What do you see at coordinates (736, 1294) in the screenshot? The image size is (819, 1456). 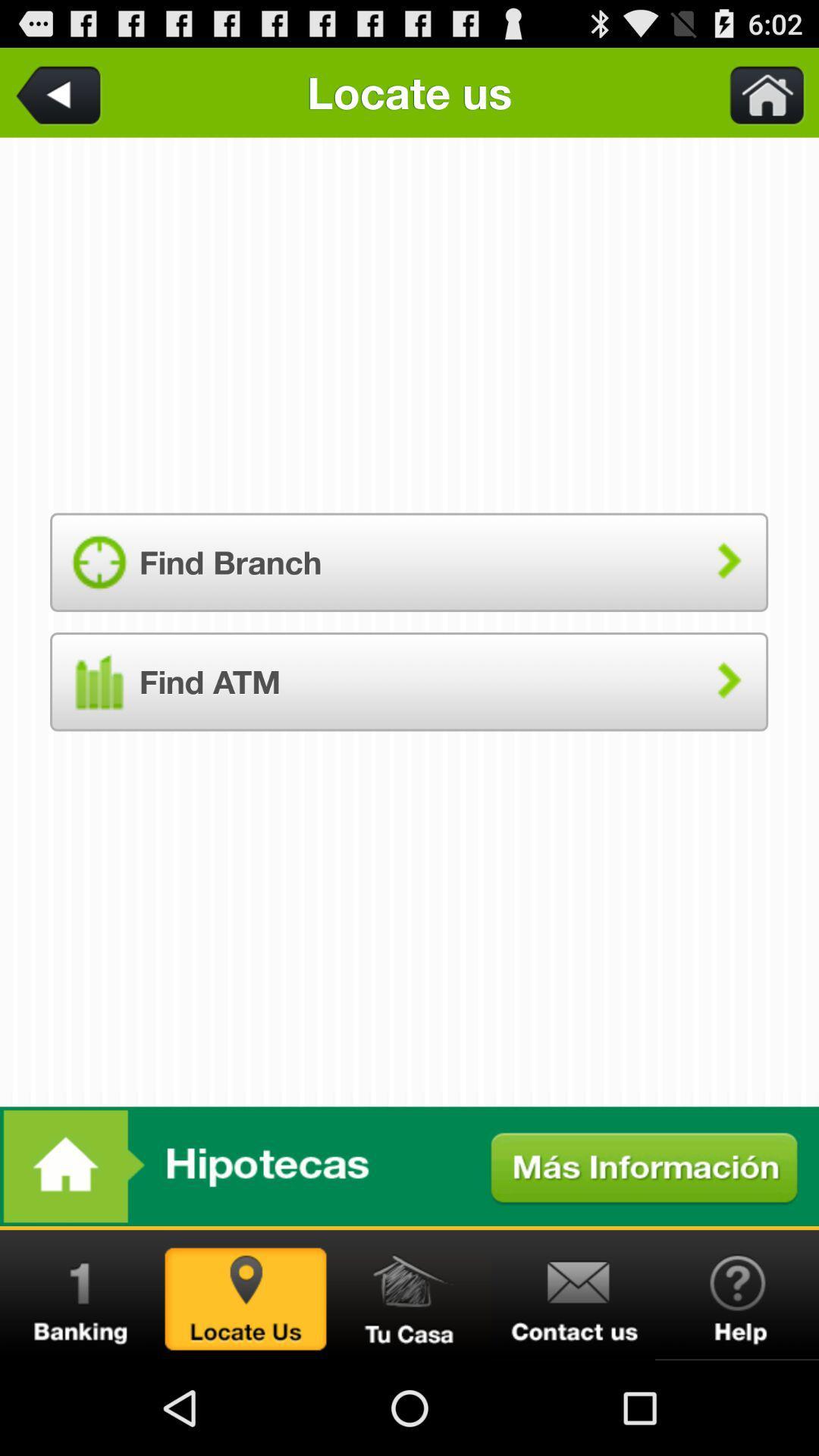 I see `help which is at the bottom right corner` at bounding box center [736, 1294].